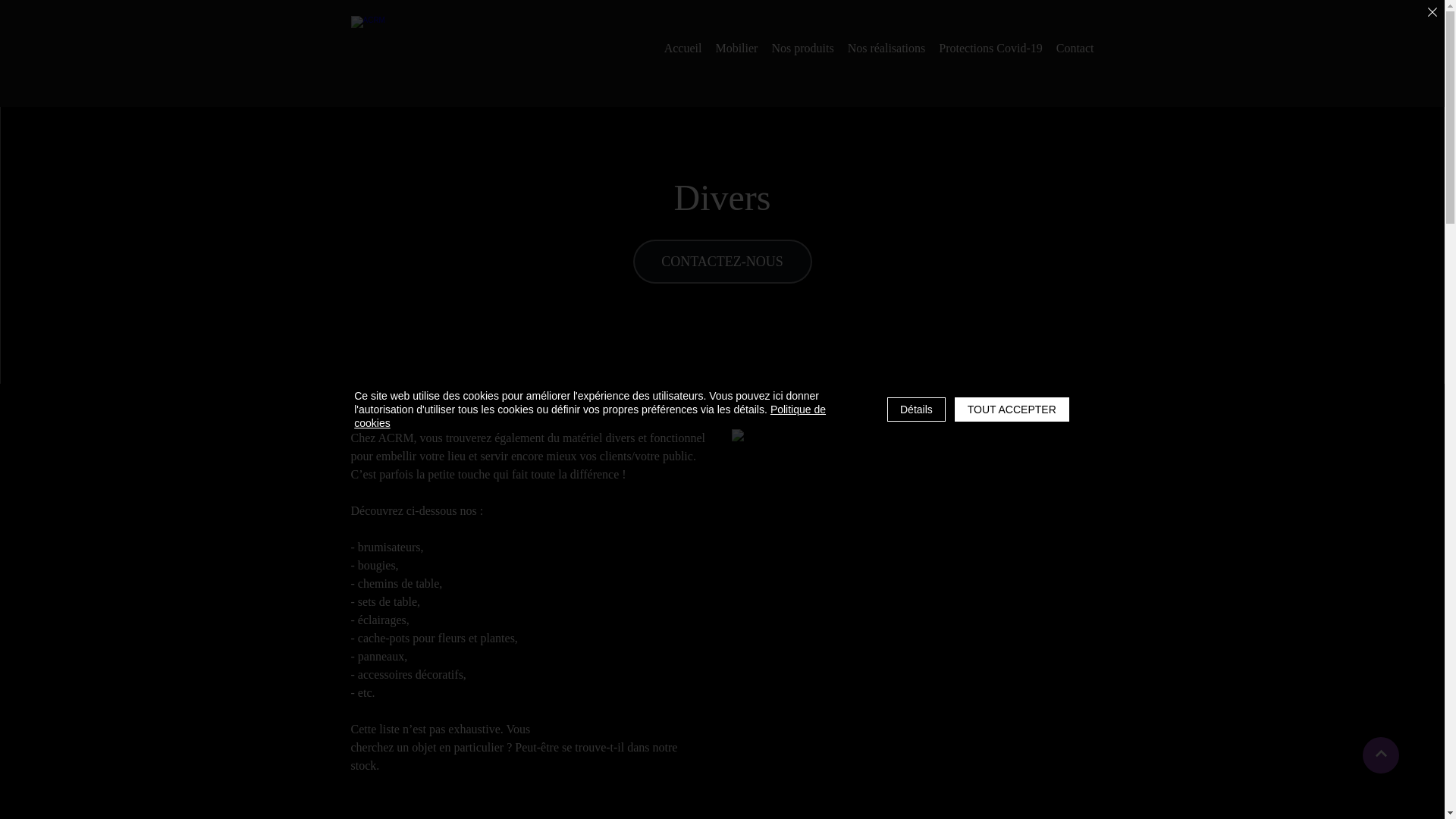 This screenshot has width=1456, height=819. What do you see at coordinates (1074, 48) in the screenshot?
I see `'Contact'` at bounding box center [1074, 48].